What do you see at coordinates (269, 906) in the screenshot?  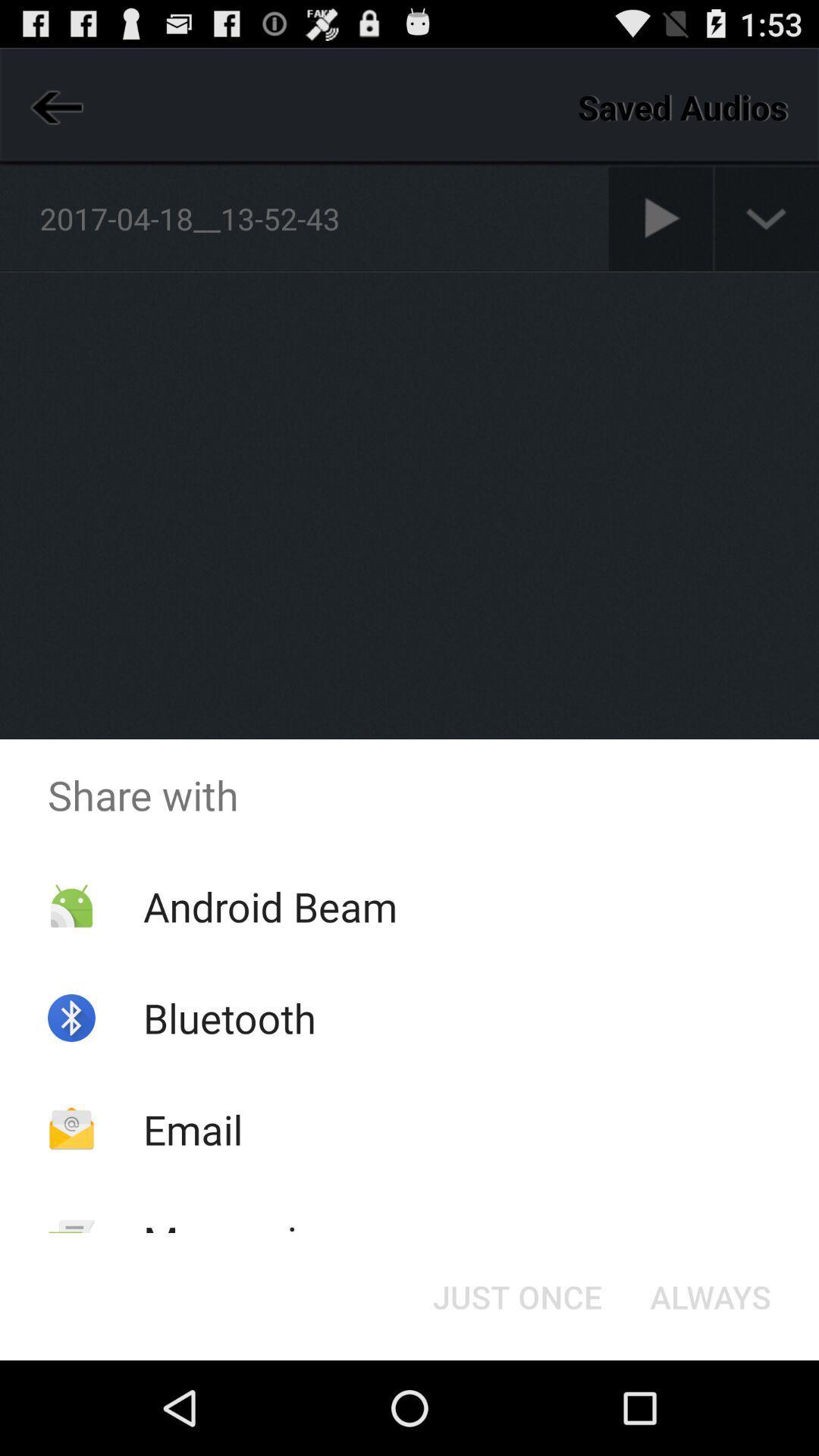 I see `android beam app` at bounding box center [269, 906].